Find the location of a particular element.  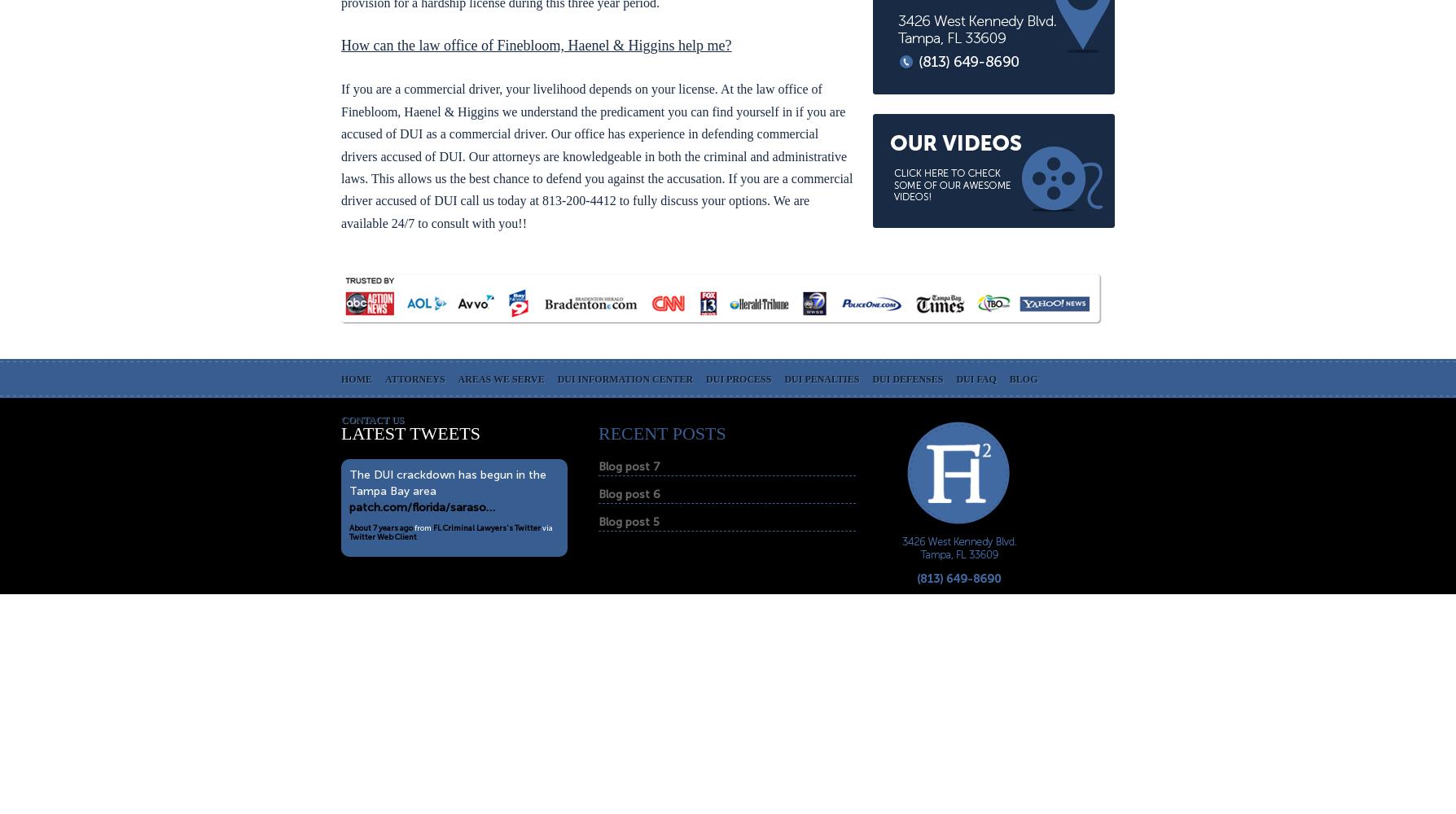

'RECENT POSTS' is located at coordinates (661, 433).